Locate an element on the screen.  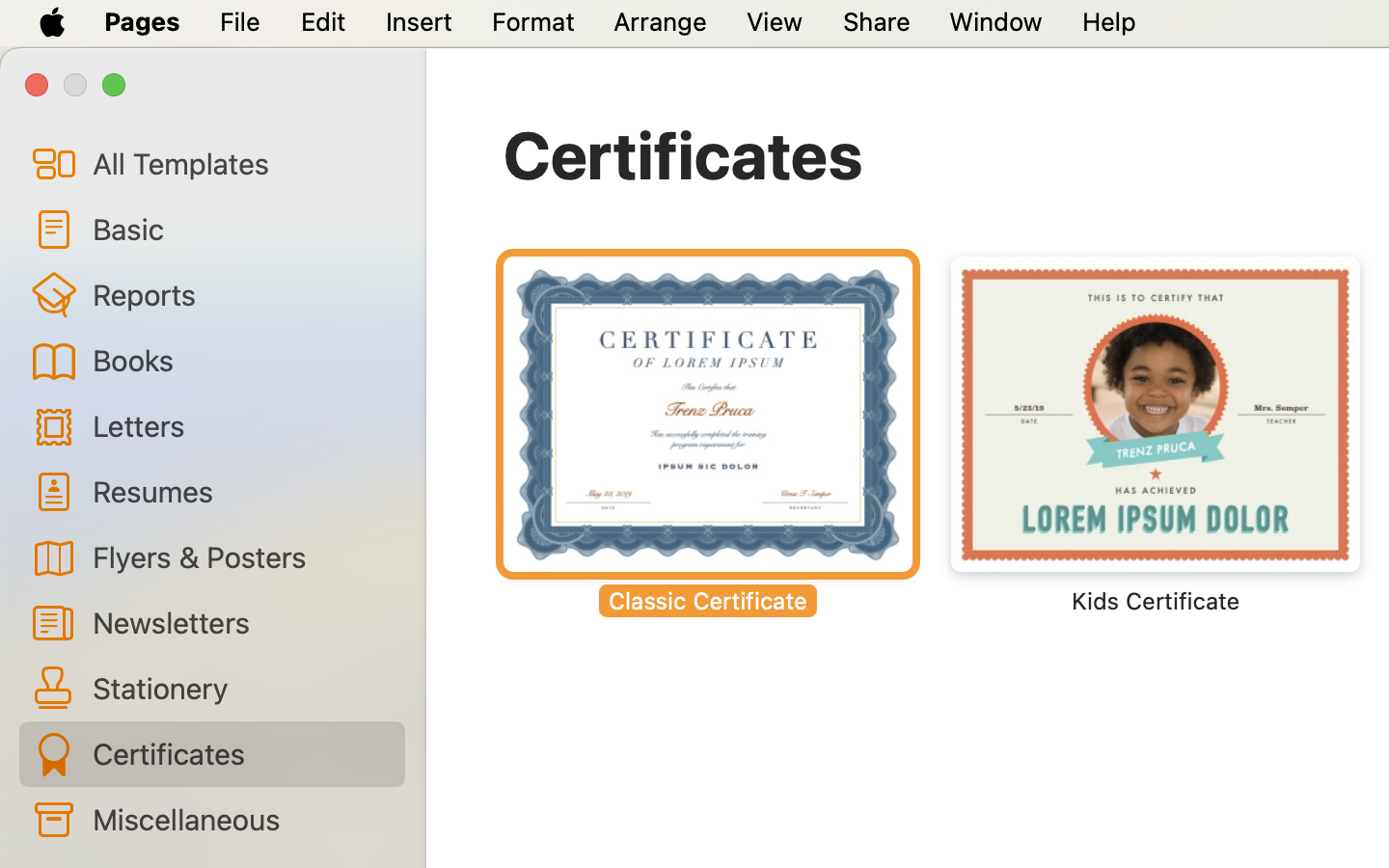
'Resumes' is located at coordinates (239, 490).